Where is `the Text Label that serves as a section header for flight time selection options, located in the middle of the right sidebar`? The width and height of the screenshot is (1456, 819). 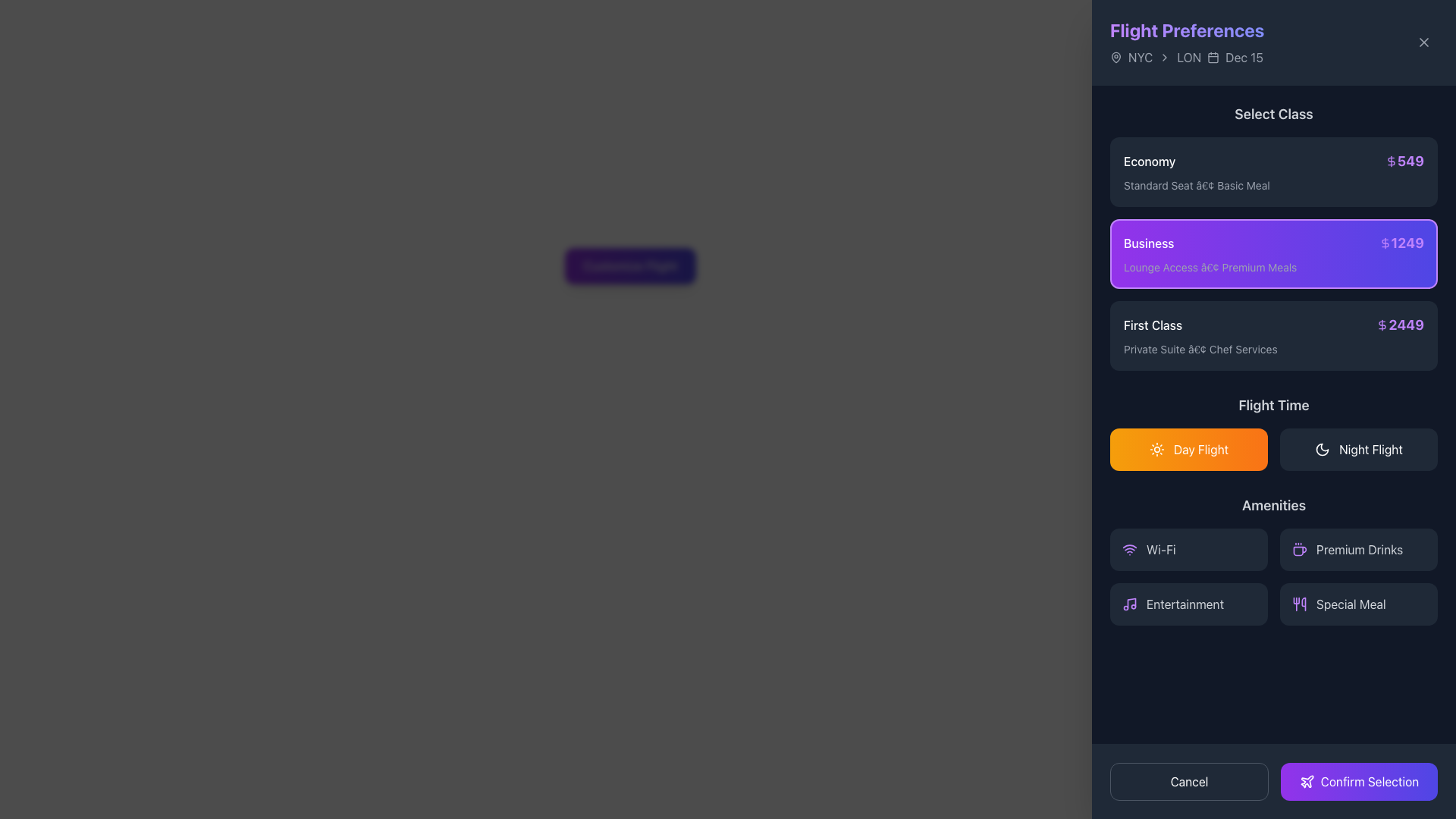
the Text Label that serves as a section header for flight time selection options, located in the middle of the right sidebar is located at coordinates (1274, 405).